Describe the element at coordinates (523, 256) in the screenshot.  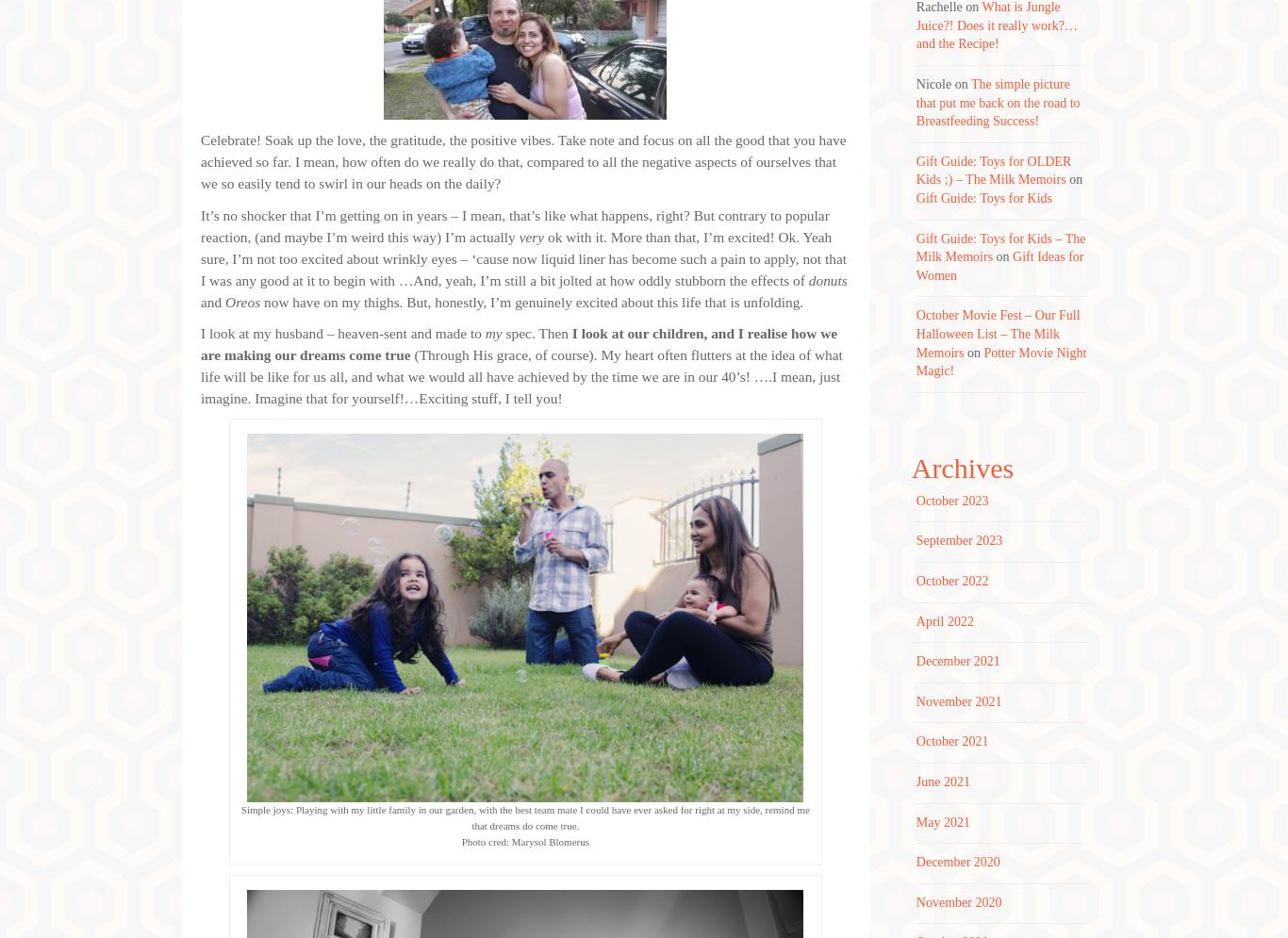
I see `'ok with it. More than that, I’m excited! Ok. Yeah sure,  I’m not too excited about wrinkly eyes –  ‘cause now liquid liner  has become such a pain to apply, not that I was any good at it to begin with …And, yeah, I’m still a bit jolted at how oddly stubborn the effects of'` at that location.